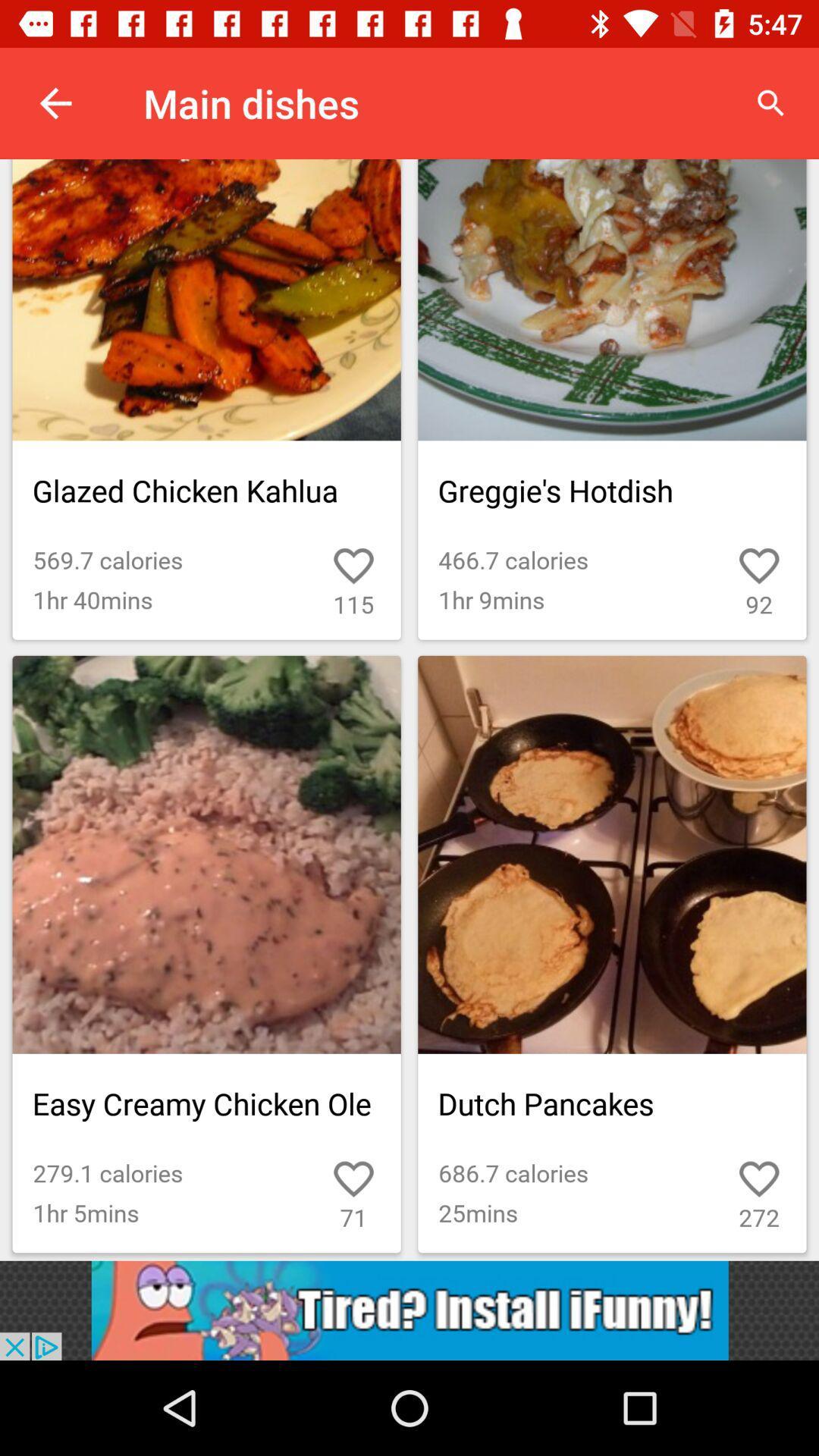 Image resolution: width=819 pixels, height=1456 pixels. I want to click on the image on the bottom right corner of the web page, so click(611, 953).